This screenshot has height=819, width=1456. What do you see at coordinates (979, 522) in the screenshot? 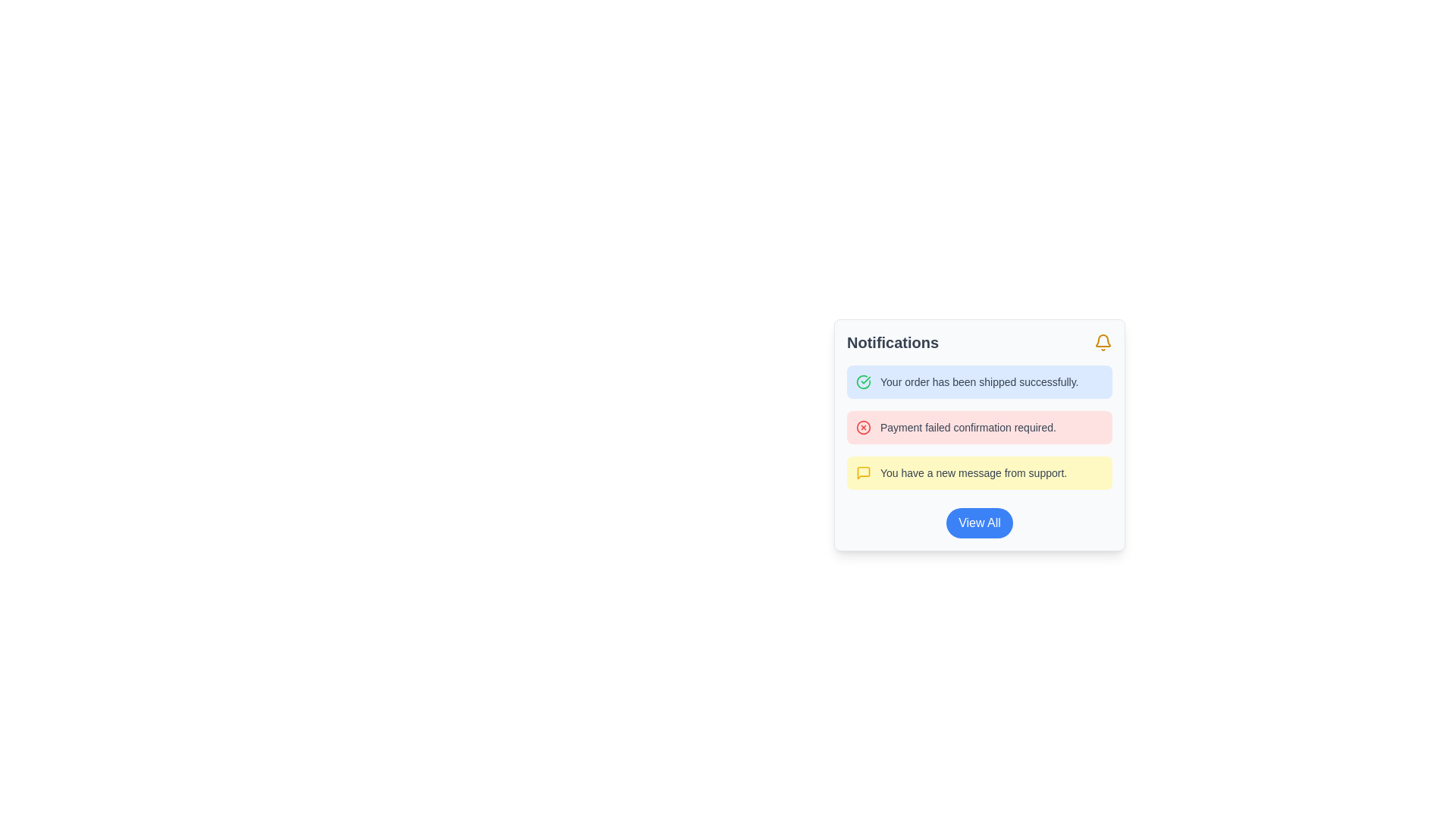
I see `the notifications button located at the center-bottom of the Notifications card` at bounding box center [979, 522].